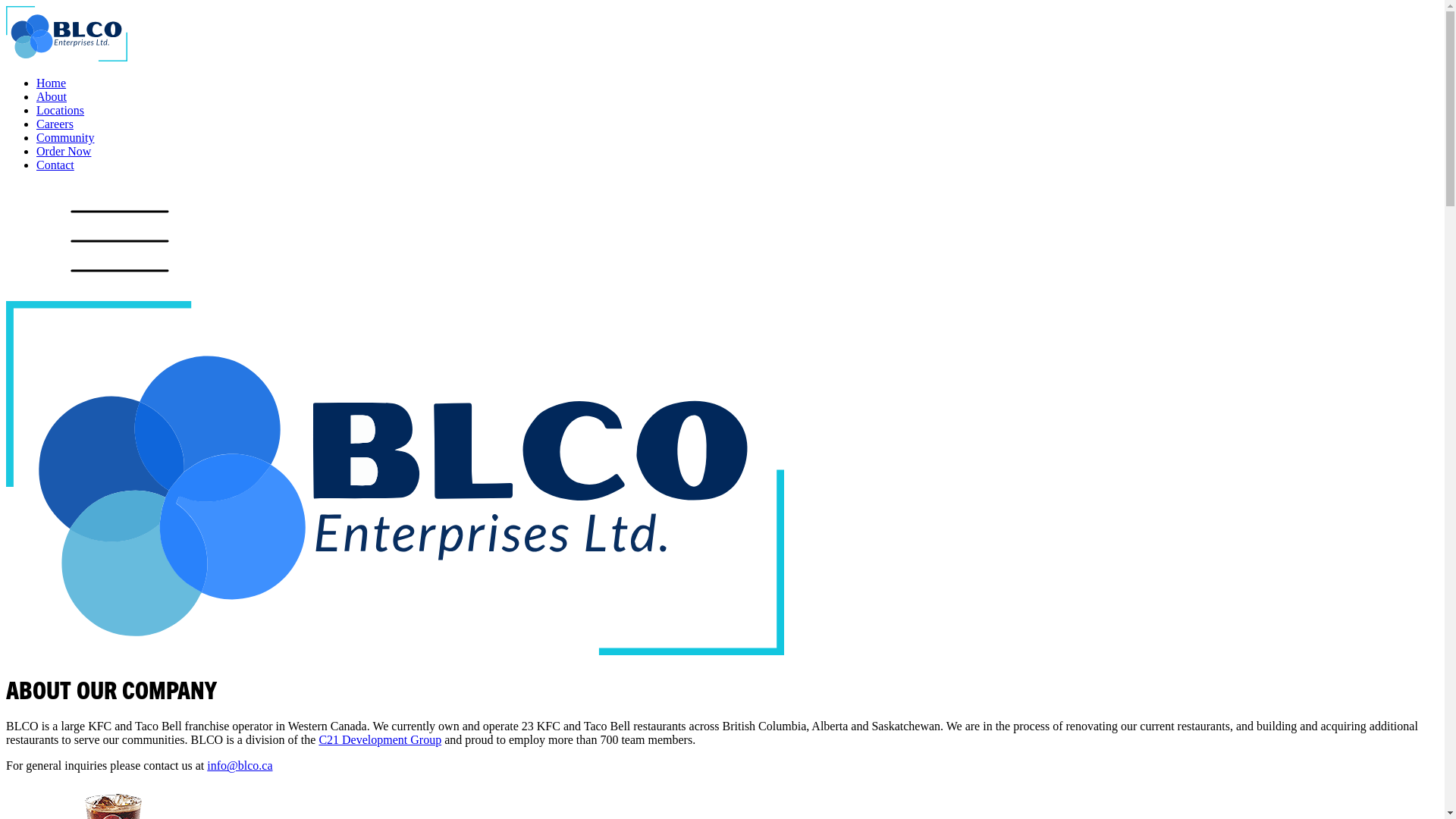 This screenshot has height=819, width=1456. I want to click on 'Careers', so click(55, 123).